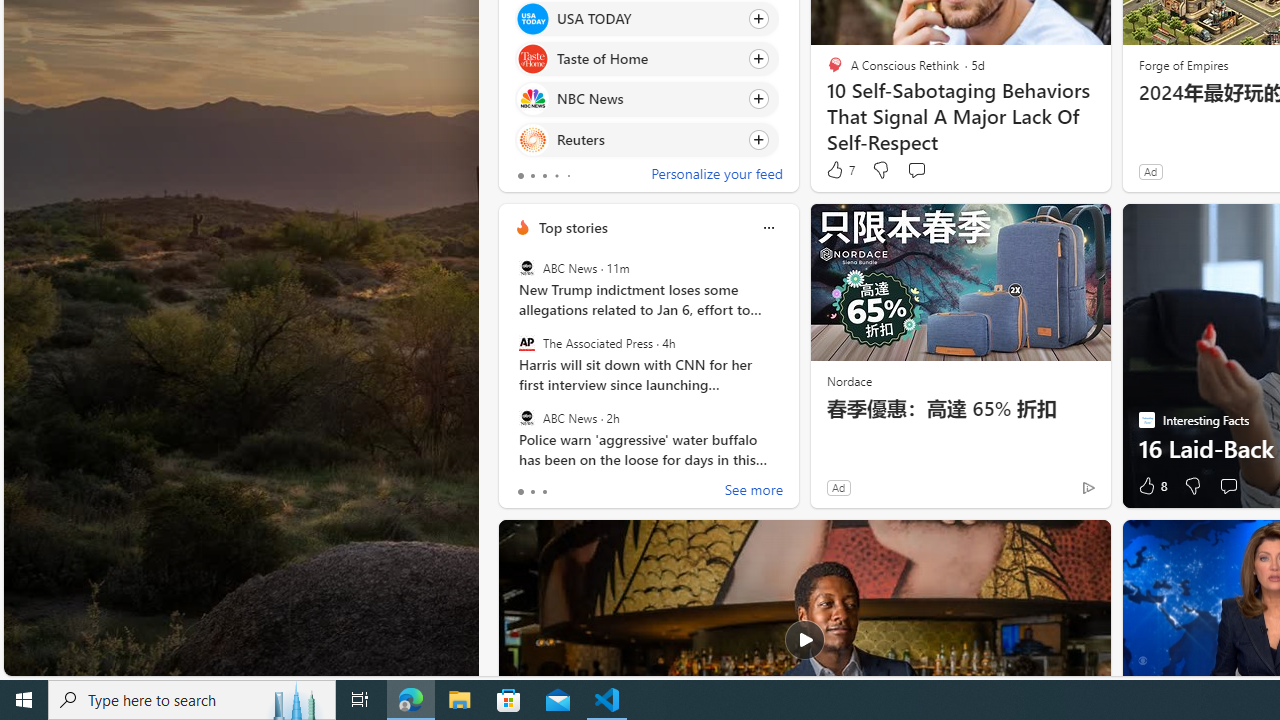  What do you see at coordinates (848, 380) in the screenshot?
I see `'Nordace'` at bounding box center [848, 380].